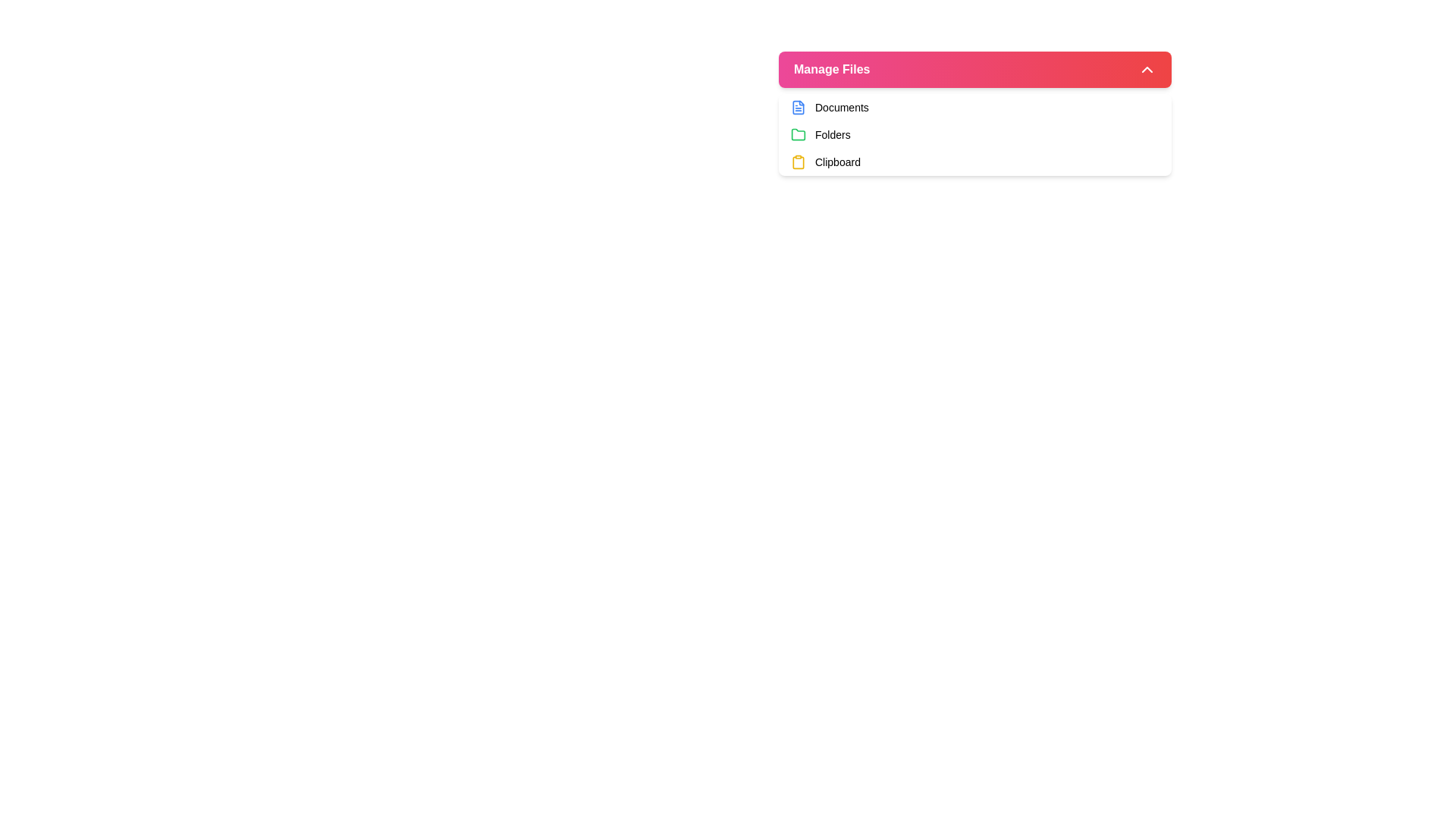 This screenshot has height=819, width=1456. Describe the element at coordinates (975, 133) in the screenshot. I see `the categorized navigation link, which is the second item in the dropdown menu, located below 'Documents' and above 'Clipboard'` at that location.